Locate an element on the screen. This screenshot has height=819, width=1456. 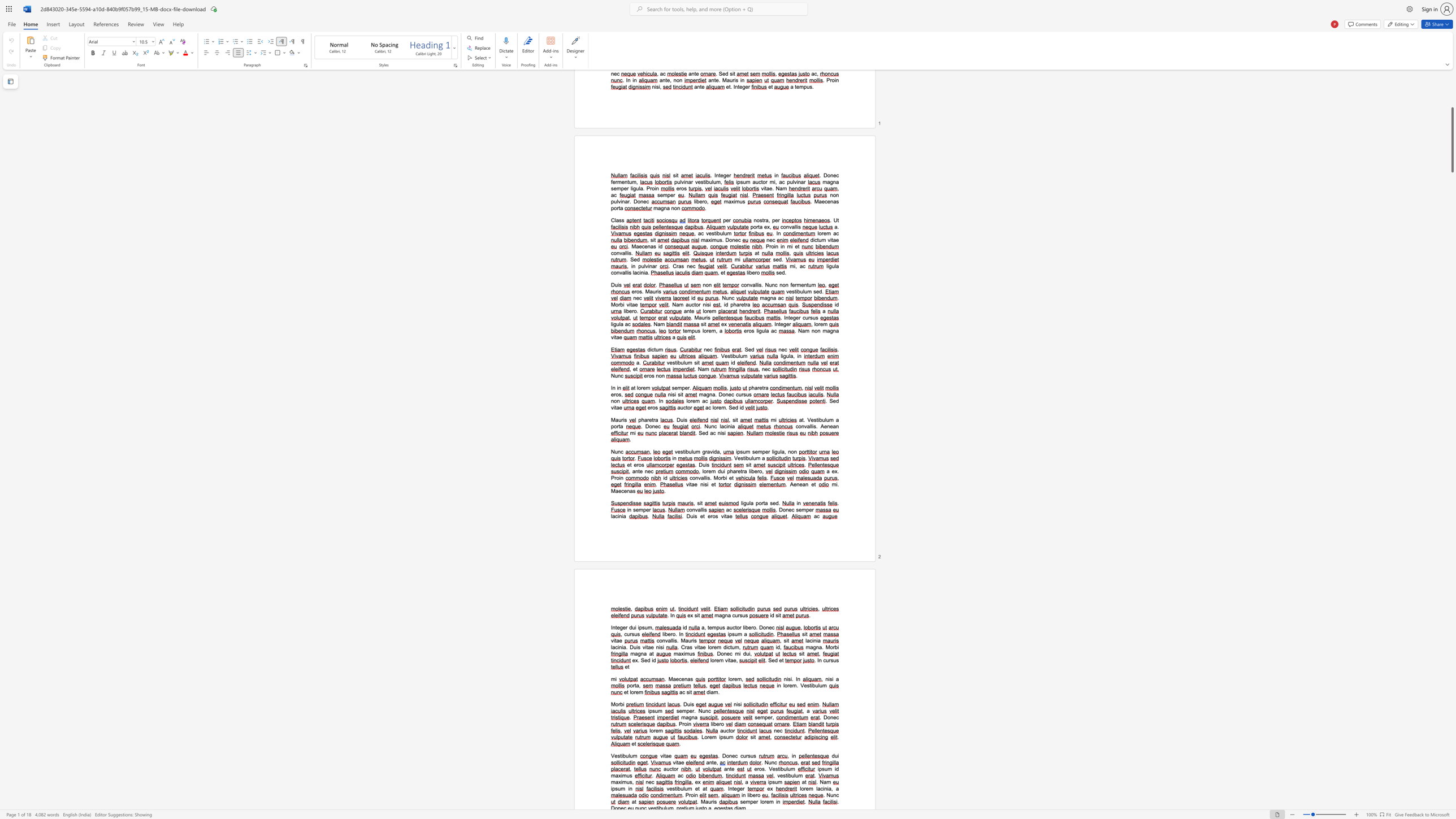
the 1th character "a" in the text is located at coordinates (688, 647).